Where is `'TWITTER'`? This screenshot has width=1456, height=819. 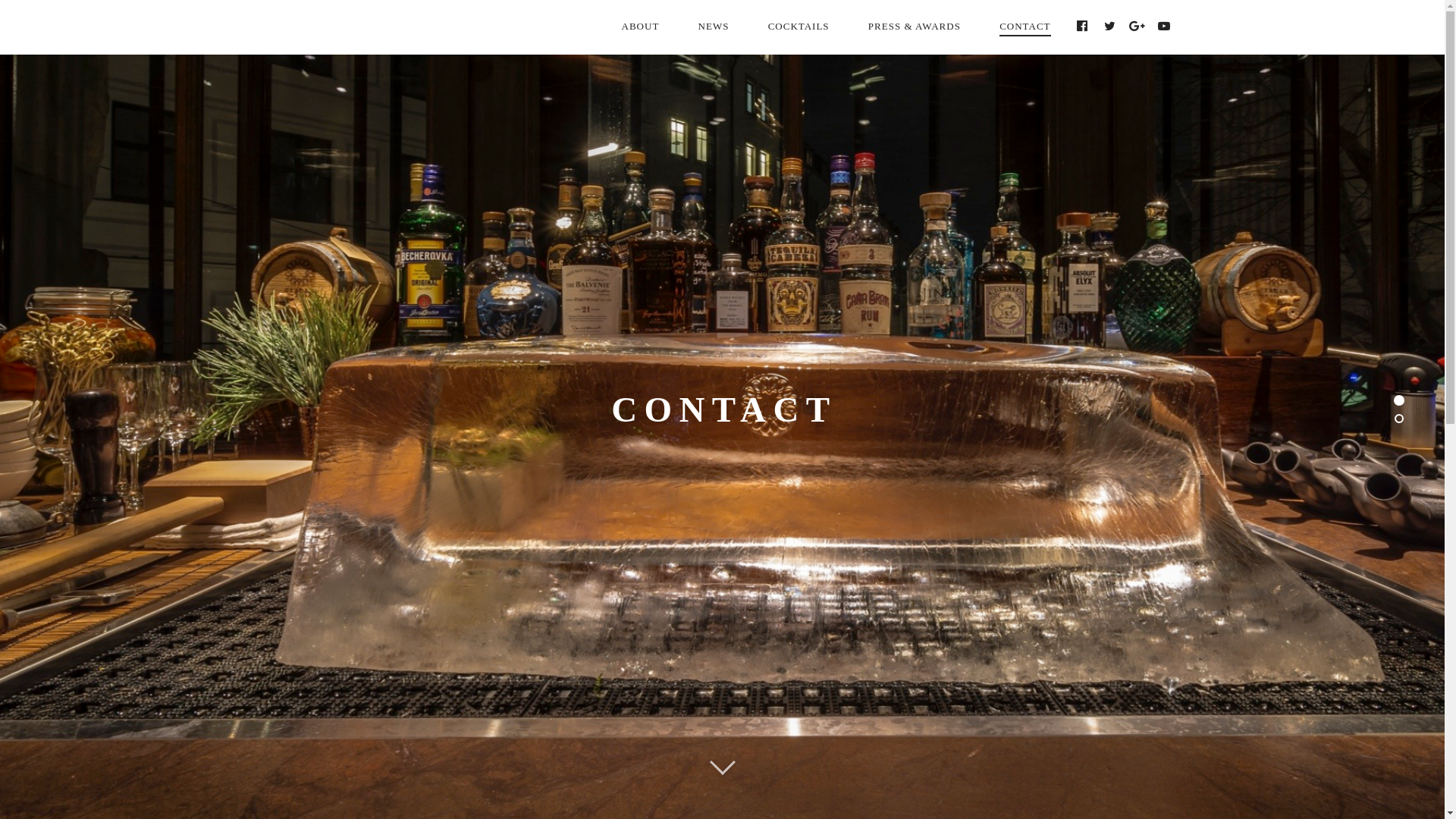 'TWITTER' is located at coordinates (1096, 26).